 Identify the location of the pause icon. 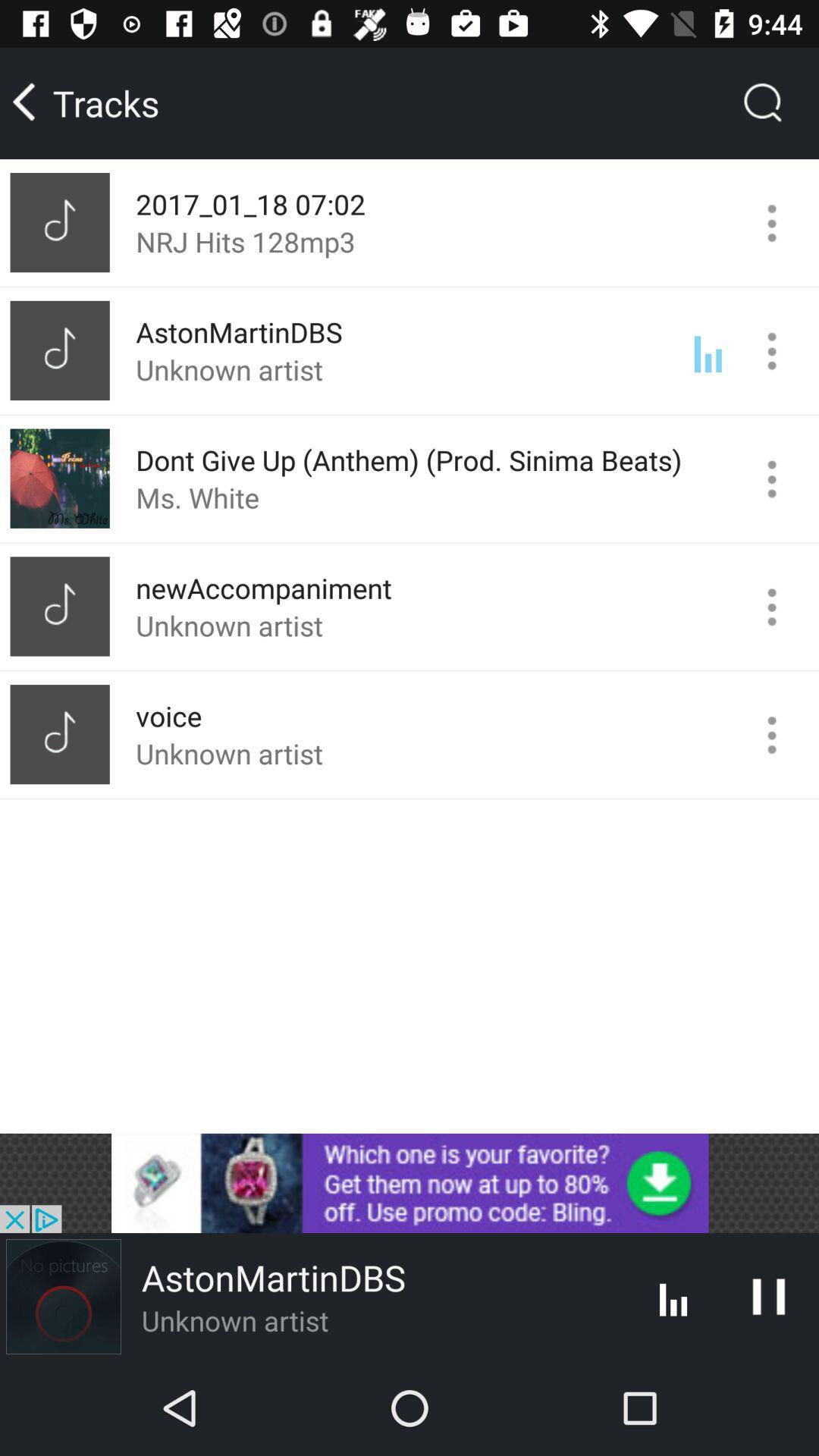
(769, 1295).